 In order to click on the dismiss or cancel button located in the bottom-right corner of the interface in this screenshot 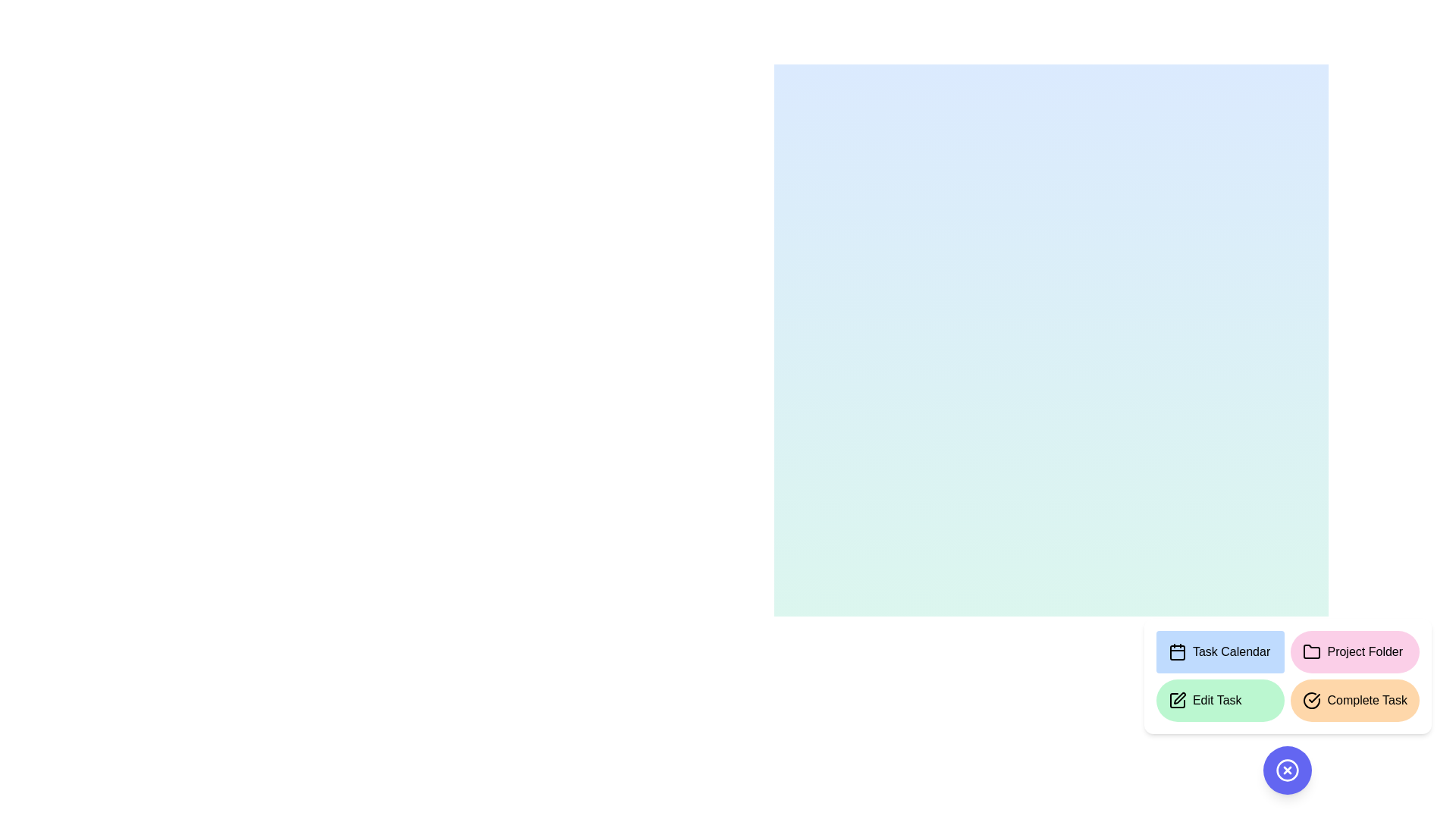, I will do `click(1287, 770)`.